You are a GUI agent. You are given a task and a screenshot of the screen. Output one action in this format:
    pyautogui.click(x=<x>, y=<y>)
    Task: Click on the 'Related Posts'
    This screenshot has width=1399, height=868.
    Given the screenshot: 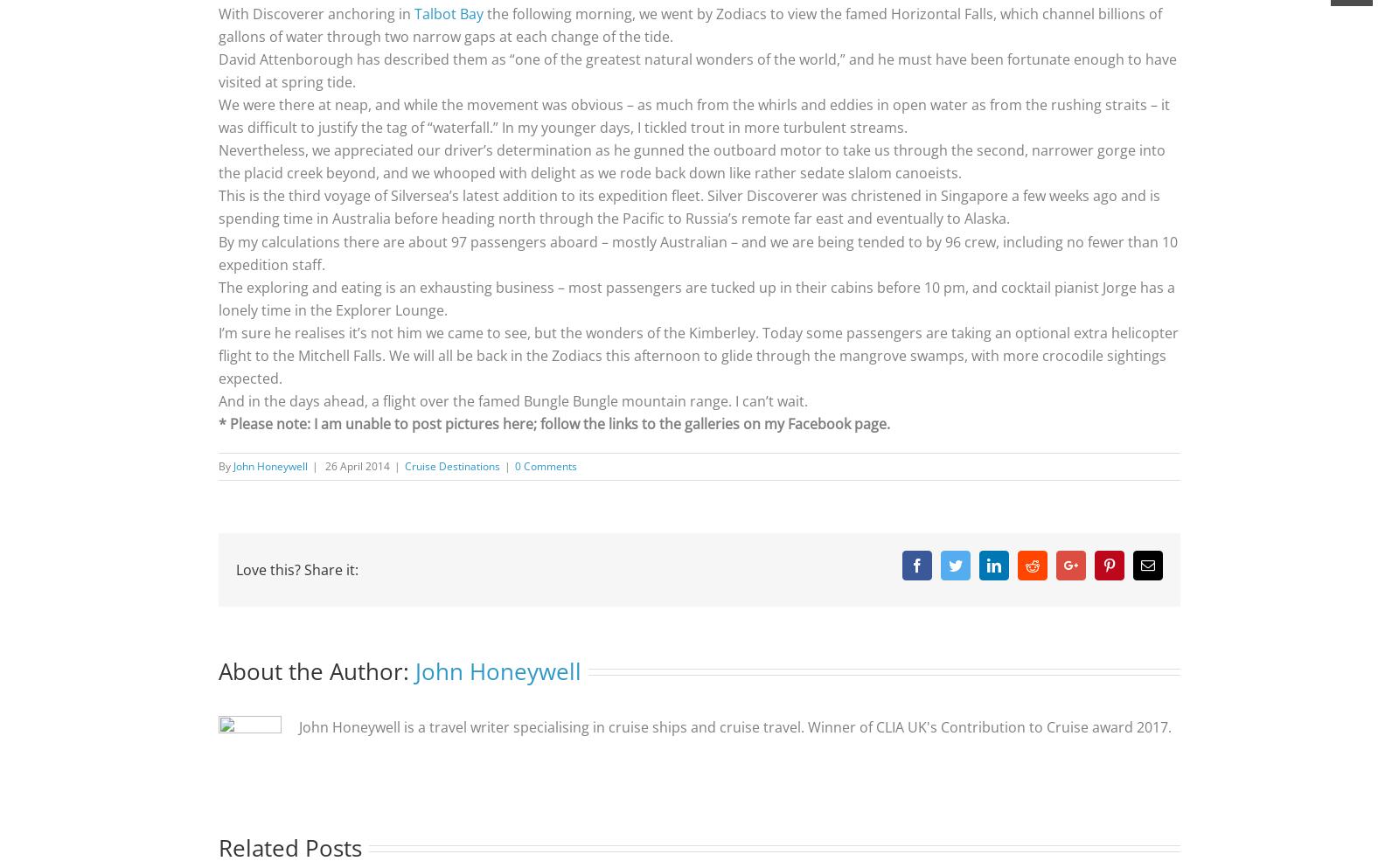 What is the action you would take?
    pyautogui.click(x=290, y=846)
    